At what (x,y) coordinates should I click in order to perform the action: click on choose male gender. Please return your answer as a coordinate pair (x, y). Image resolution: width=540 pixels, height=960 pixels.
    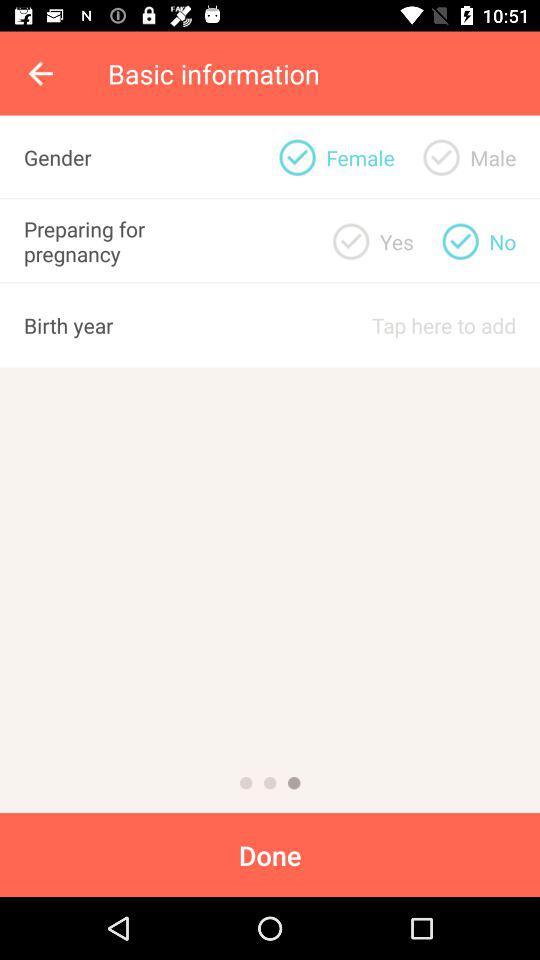
    Looking at the image, I should click on (441, 156).